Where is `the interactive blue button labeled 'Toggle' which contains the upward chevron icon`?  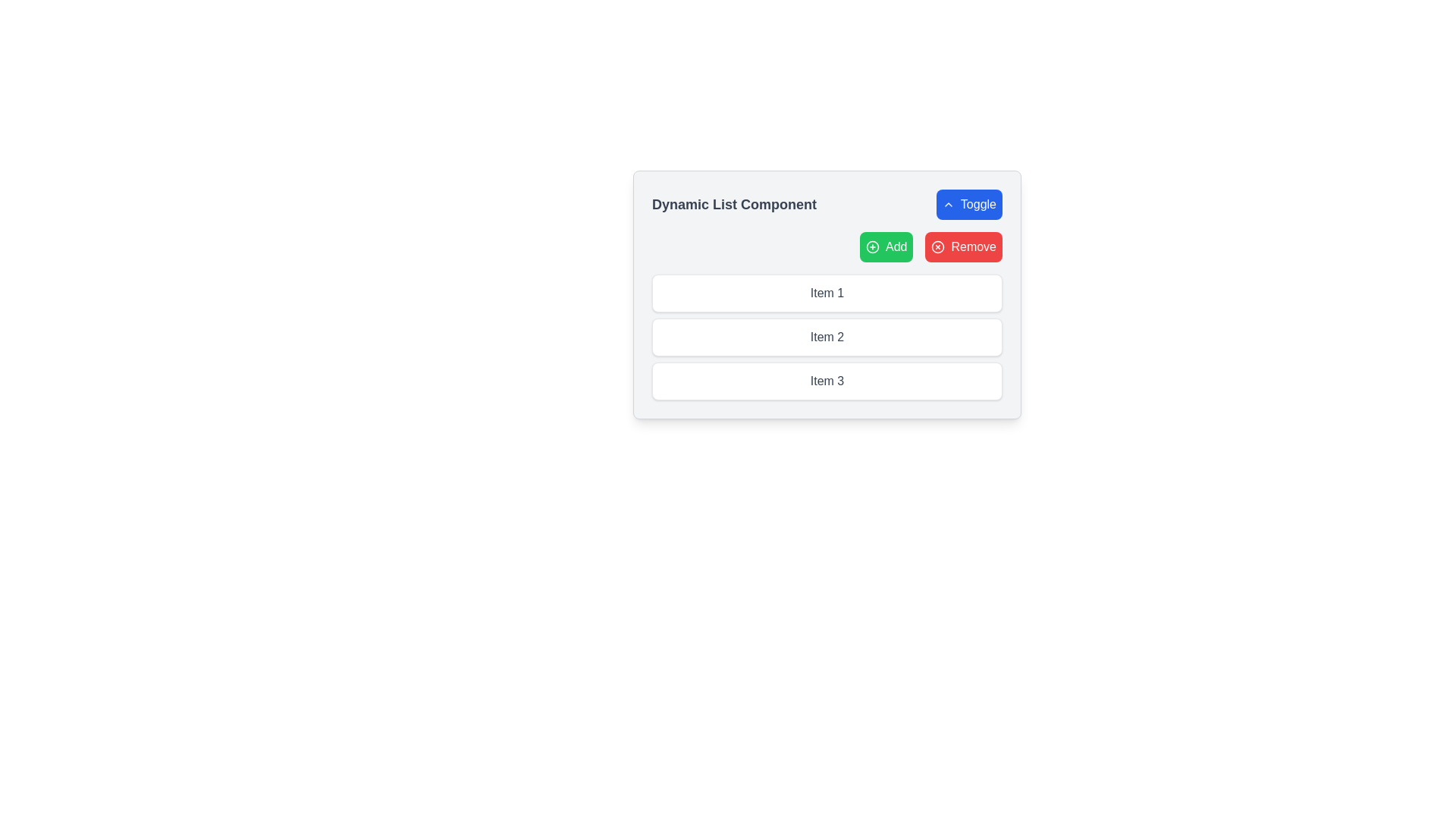
the interactive blue button labeled 'Toggle' which contains the upward chevron icon is located at coordinates (947, 205).